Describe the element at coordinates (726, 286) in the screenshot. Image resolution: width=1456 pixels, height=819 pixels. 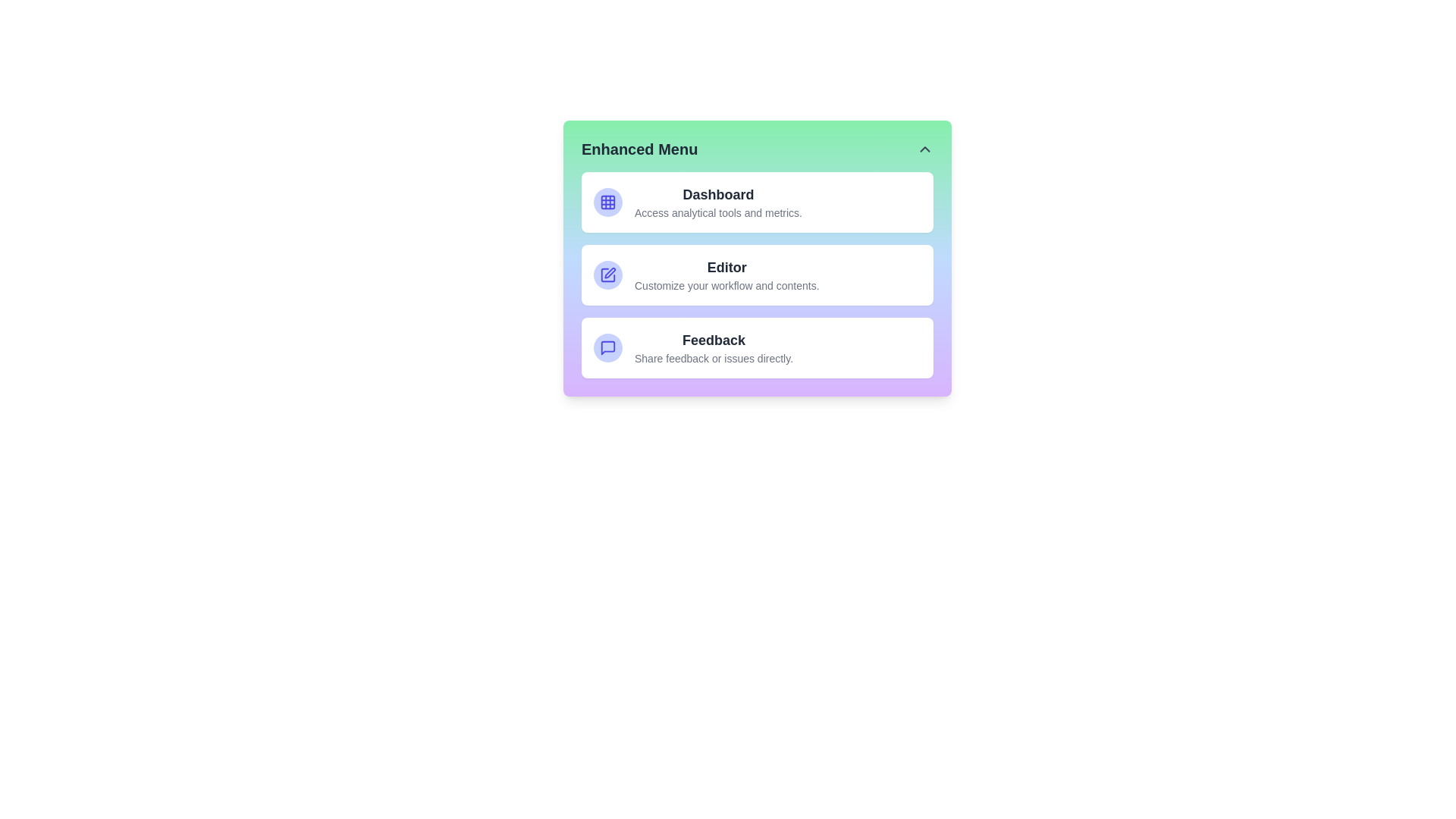
I see `the descriptive text under the menu item Editor` at that location.